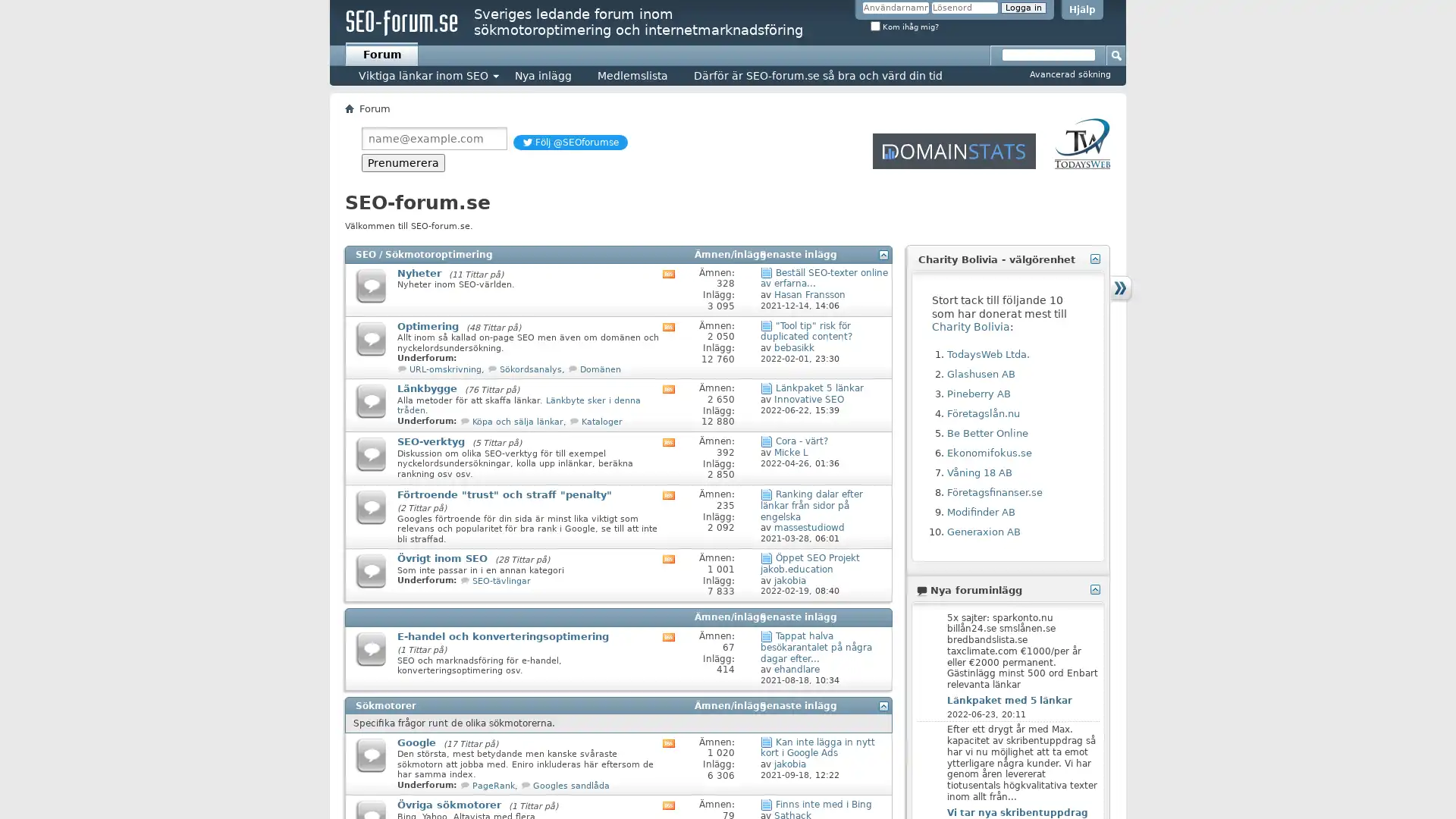 The width and height of the screenshot is (1456, 819). I want to click on Submit, so click(1117, 54).